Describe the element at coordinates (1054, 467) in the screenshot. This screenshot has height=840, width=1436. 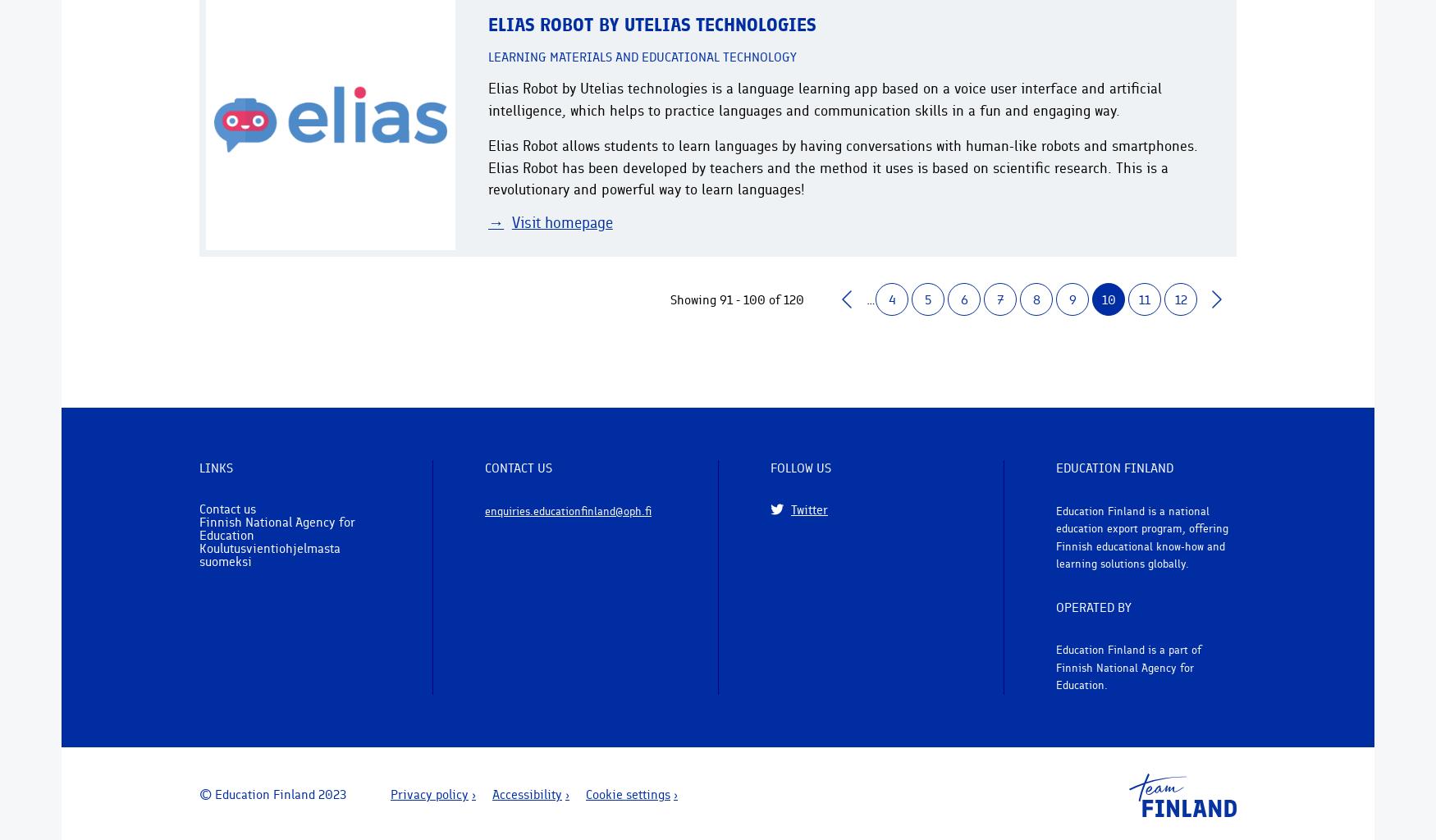
I see `'Education Finland'` at that location.